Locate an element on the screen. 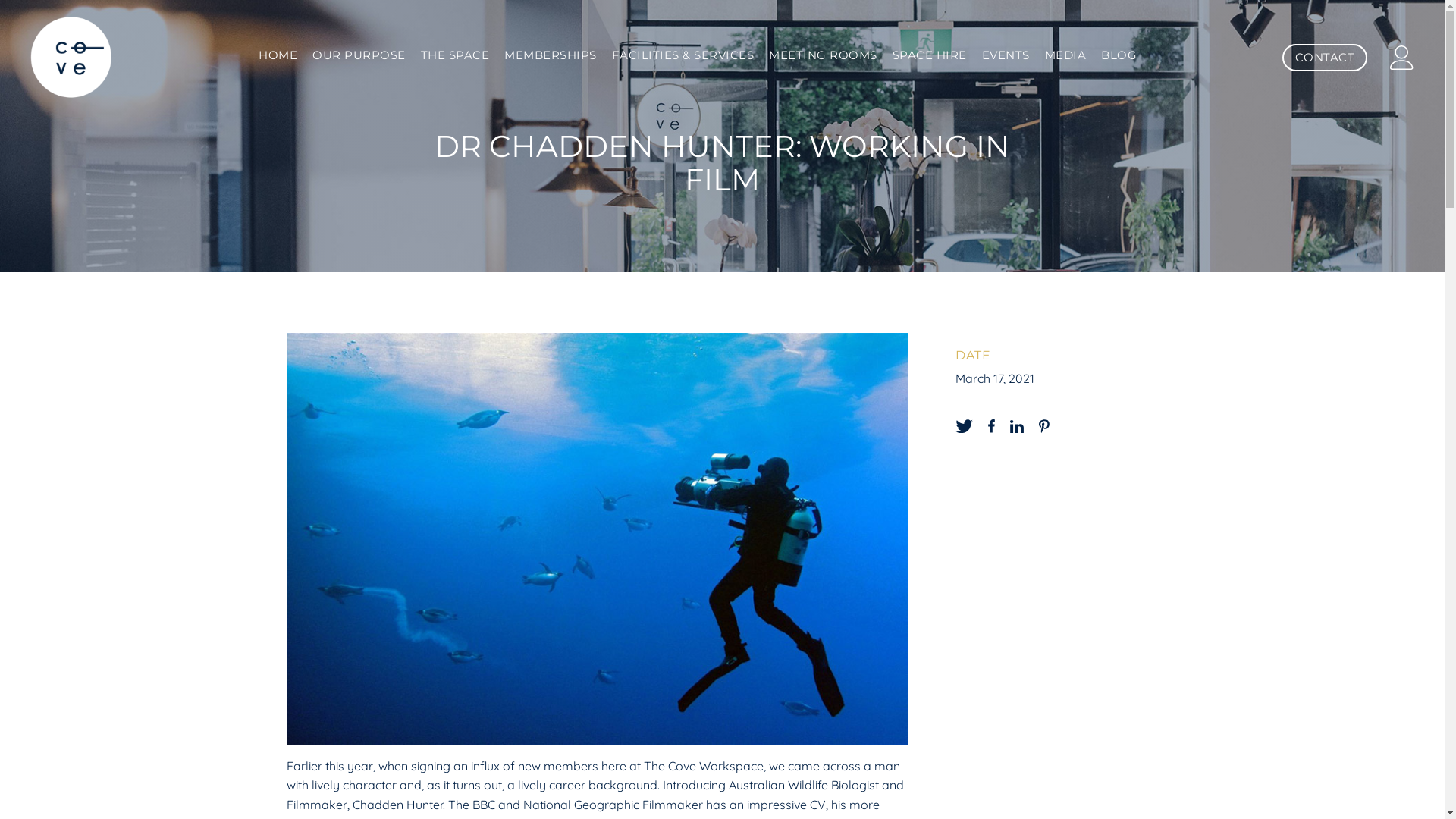 This screenshot has width=1456, height=819. 'EVENTS' is located at coordinates (1006, 55).